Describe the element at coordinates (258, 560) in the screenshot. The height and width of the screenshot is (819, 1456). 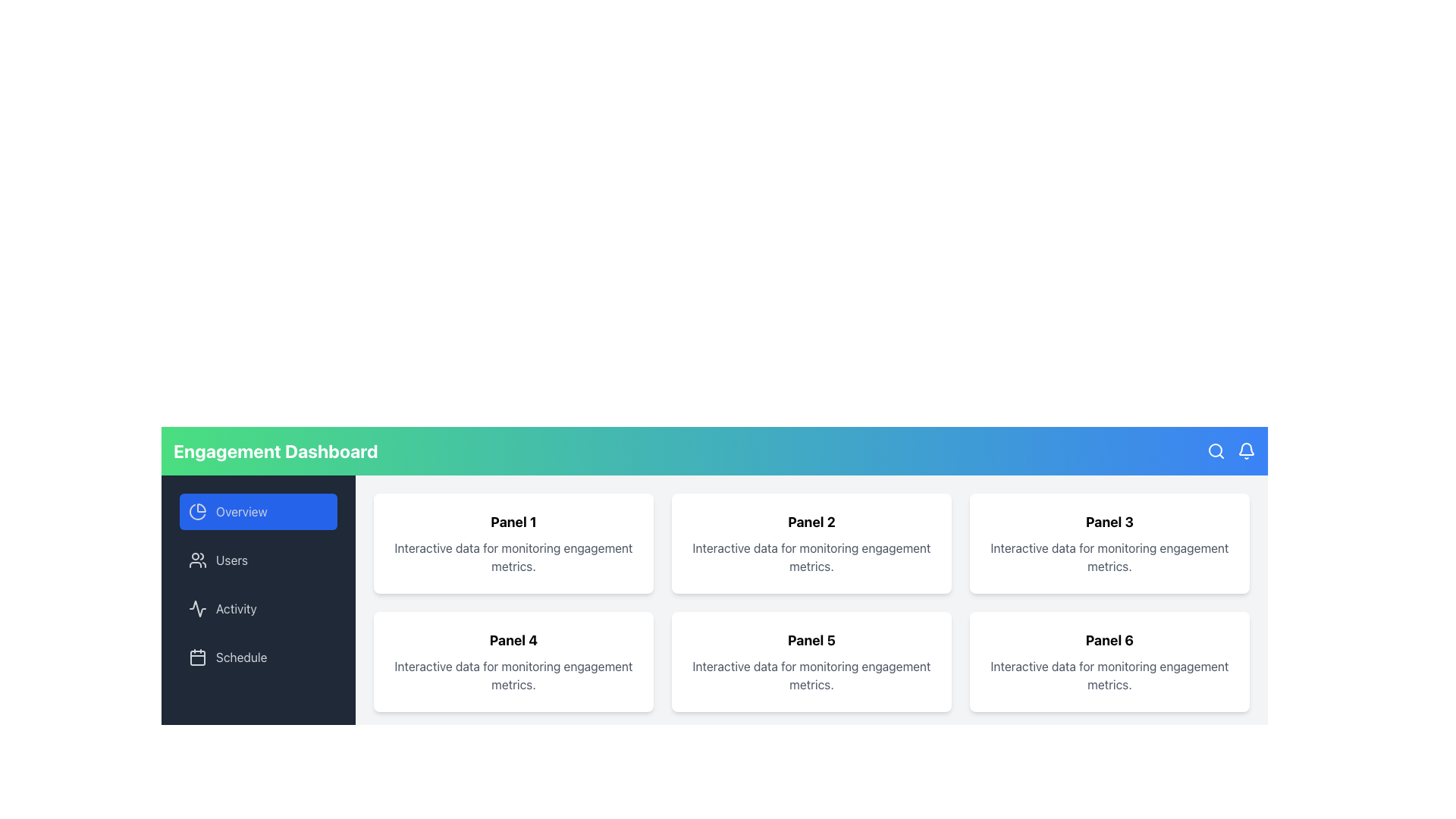
I see `the user management button located in the vertical navigation menu, positioned below the 'Overview' button and above the 'Activity' button` at that location.